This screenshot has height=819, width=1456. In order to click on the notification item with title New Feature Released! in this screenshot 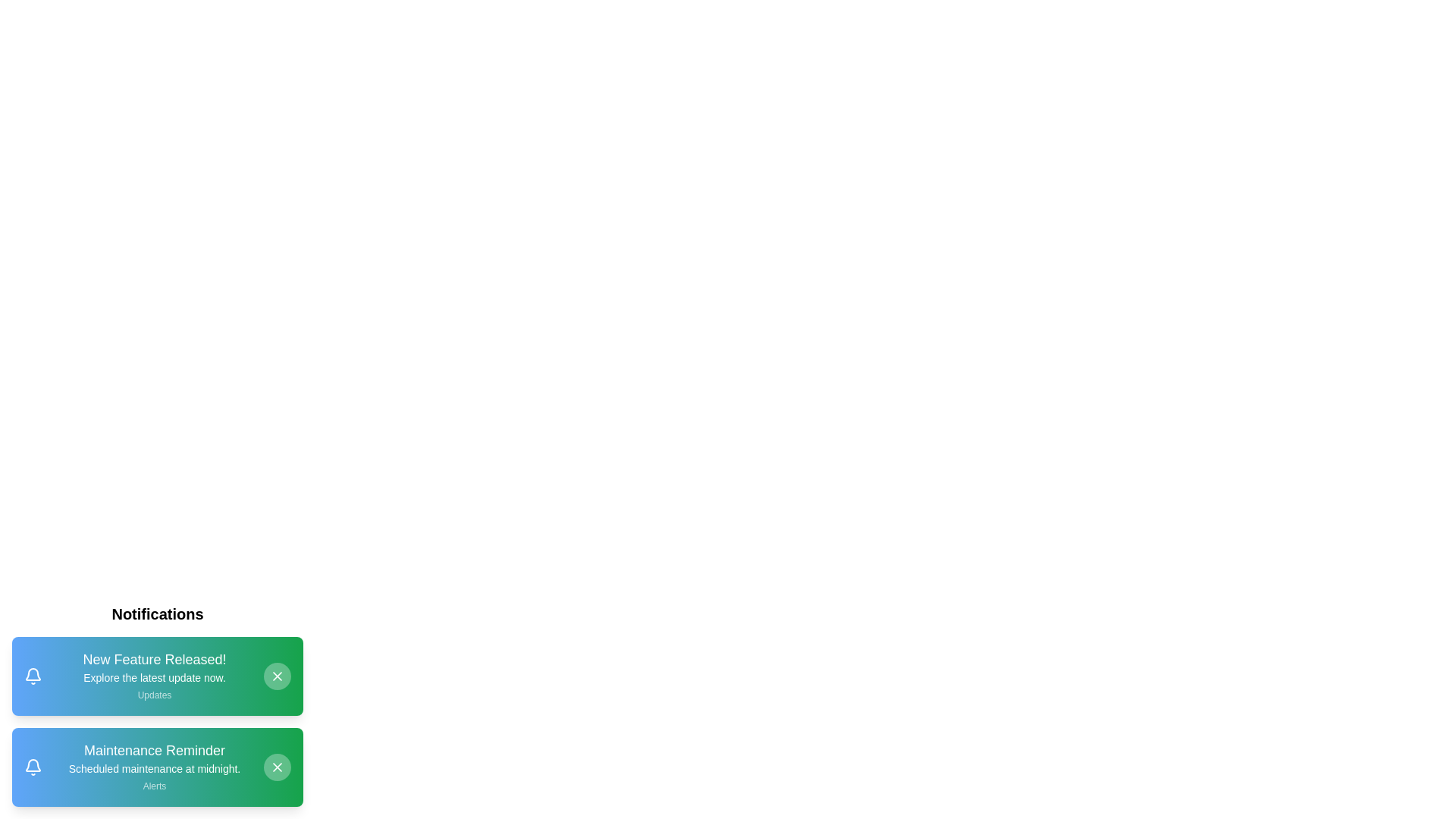, I will do `click(157, 675)`.